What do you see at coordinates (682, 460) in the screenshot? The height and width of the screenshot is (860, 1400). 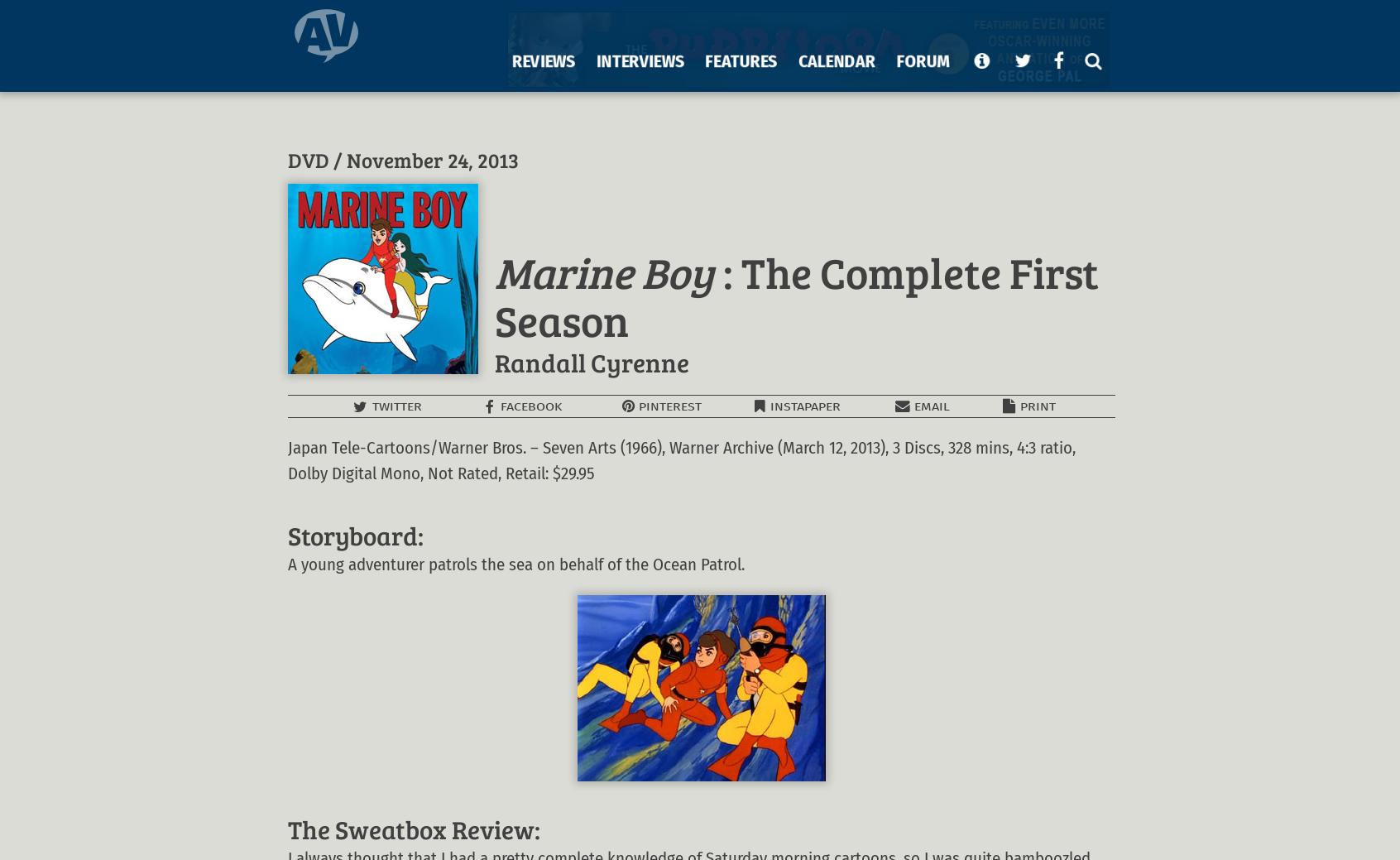 I see `'Japan Tele-Cartoons/Warner Bros. – Seven Arts (1966), Warner Archive (March 12, 2013), 3 Discs, 328 mins, 4:3 ratio, Dolby Digital Mono, Not Rated, Retail: $29.95'` at bounding box center [682, 460].